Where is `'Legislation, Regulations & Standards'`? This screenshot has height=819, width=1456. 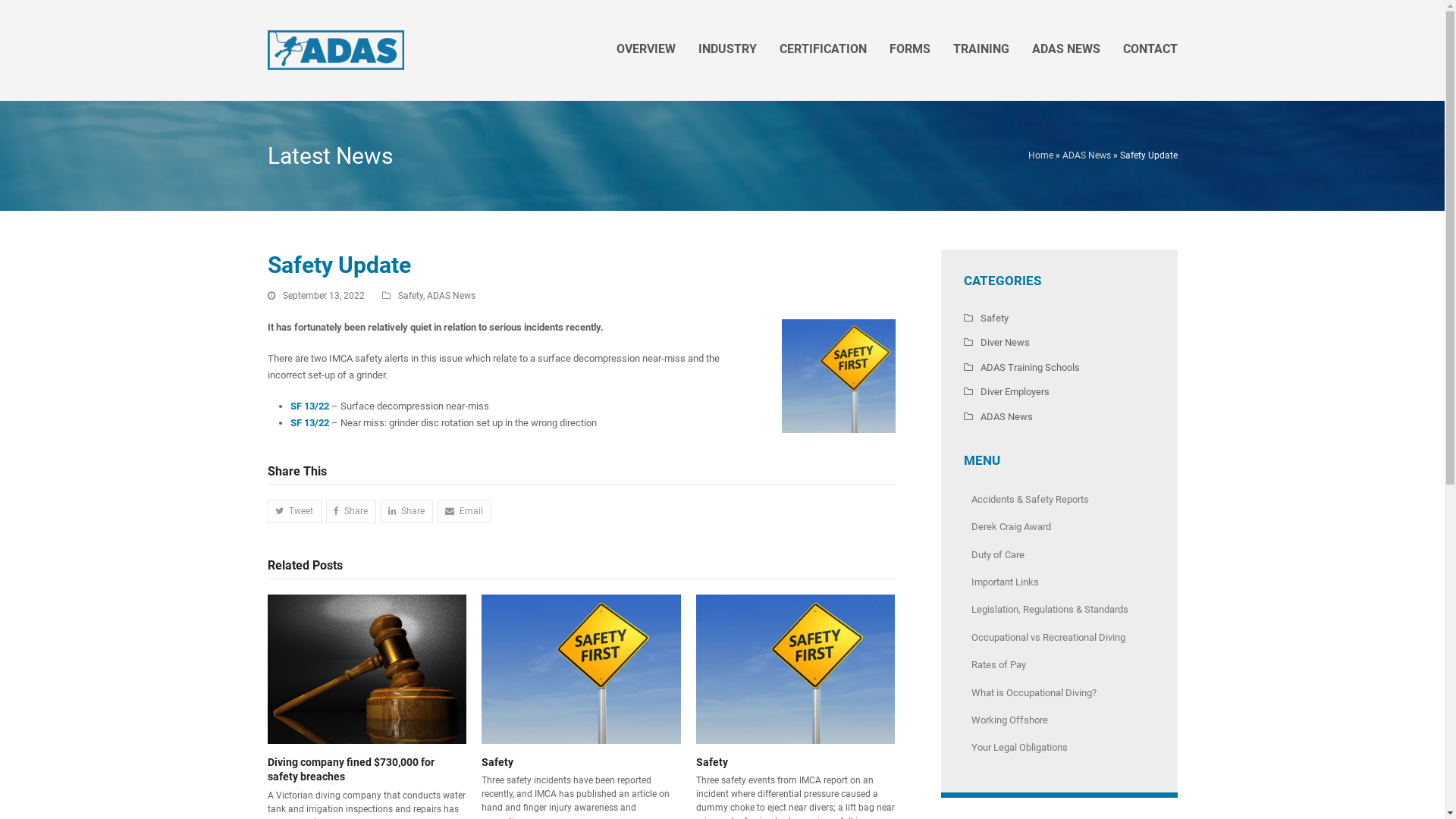
'Legislation, Regulations & Standards' is located at coordinates (962, 608).